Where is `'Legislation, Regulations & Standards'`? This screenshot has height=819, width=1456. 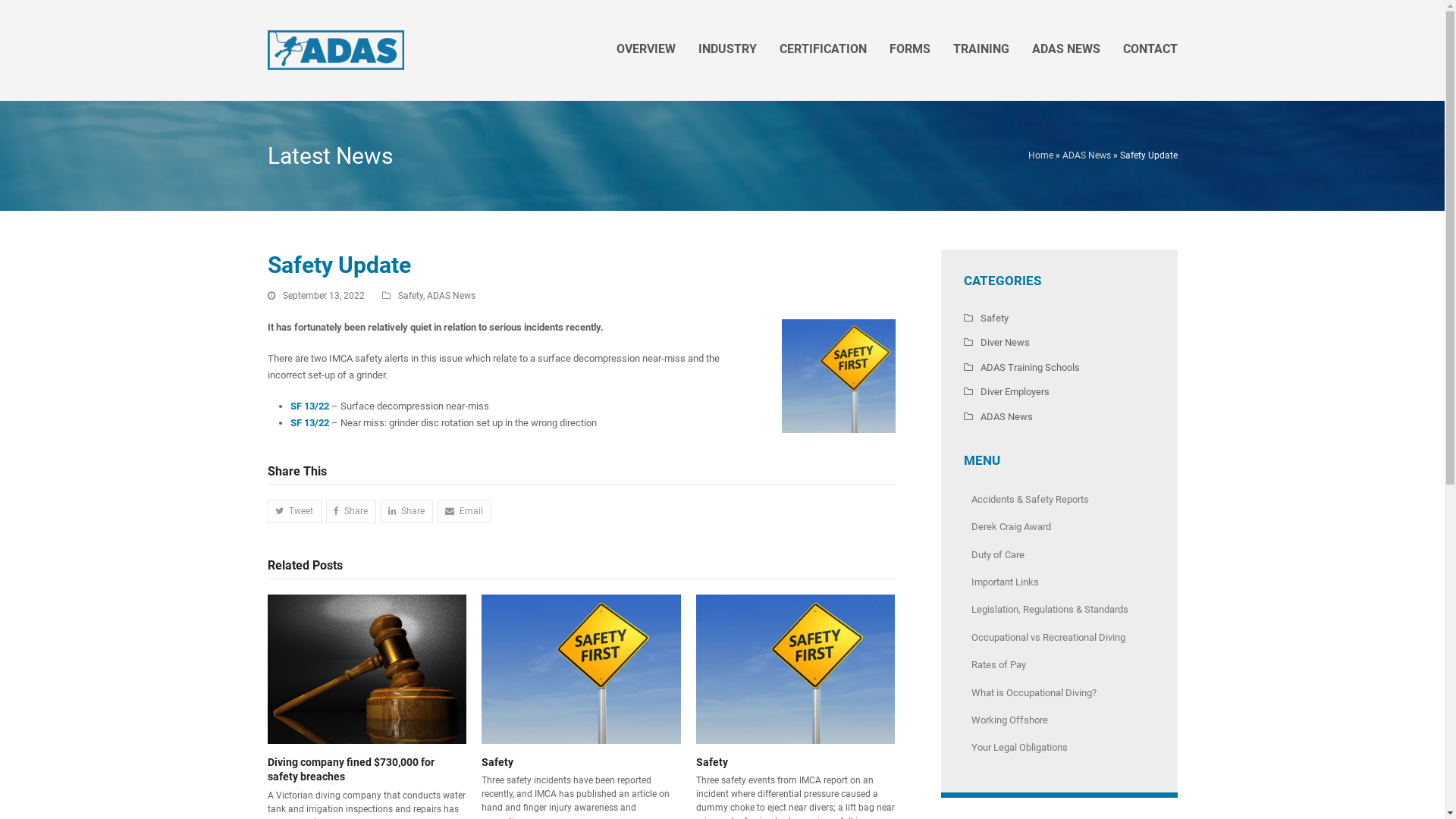
'Legislation, Regulations & Standards' is located at coordinates (962, 608).